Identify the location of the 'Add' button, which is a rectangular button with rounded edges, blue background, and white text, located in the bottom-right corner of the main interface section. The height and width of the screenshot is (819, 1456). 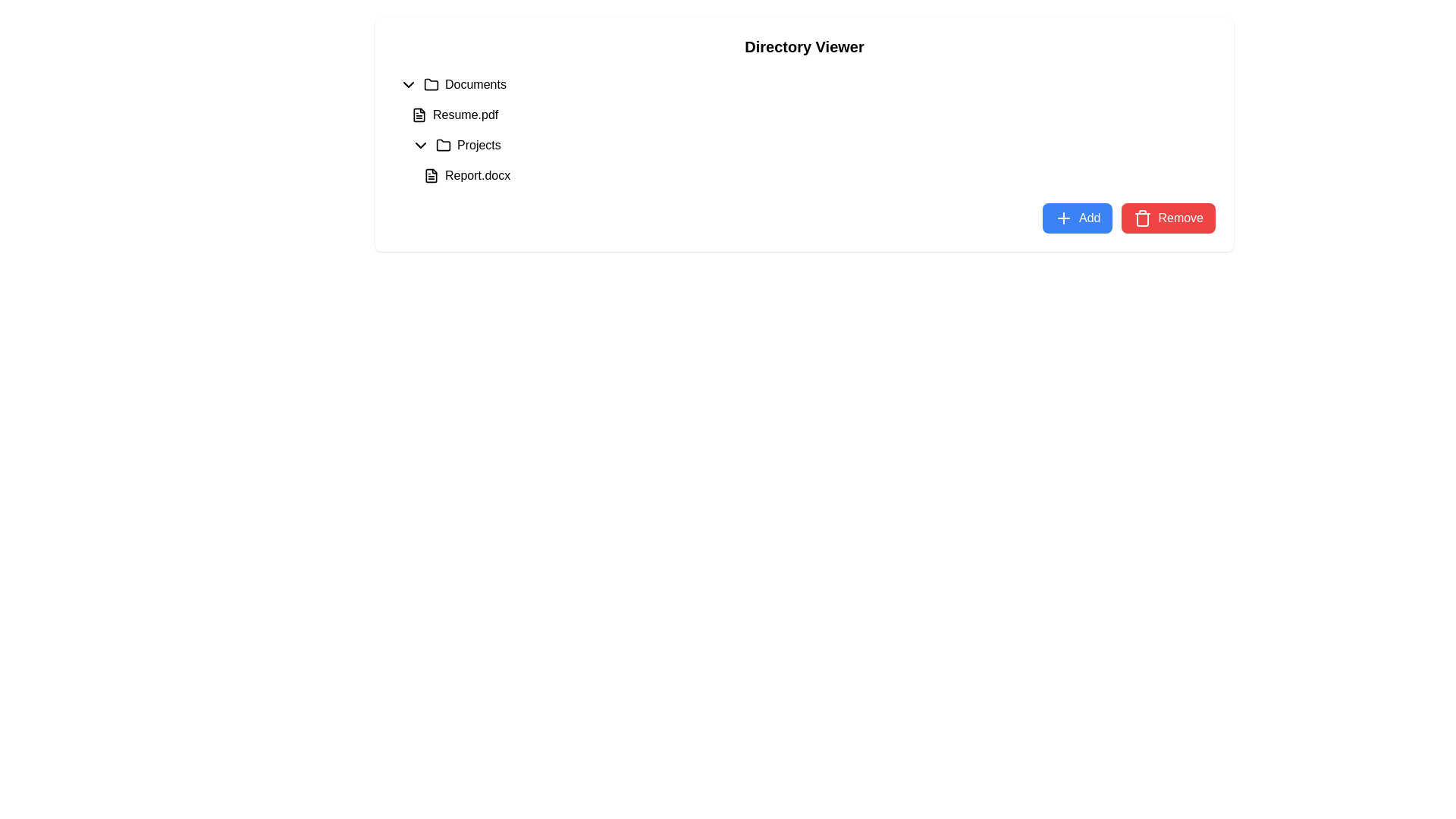
(1077, 218).